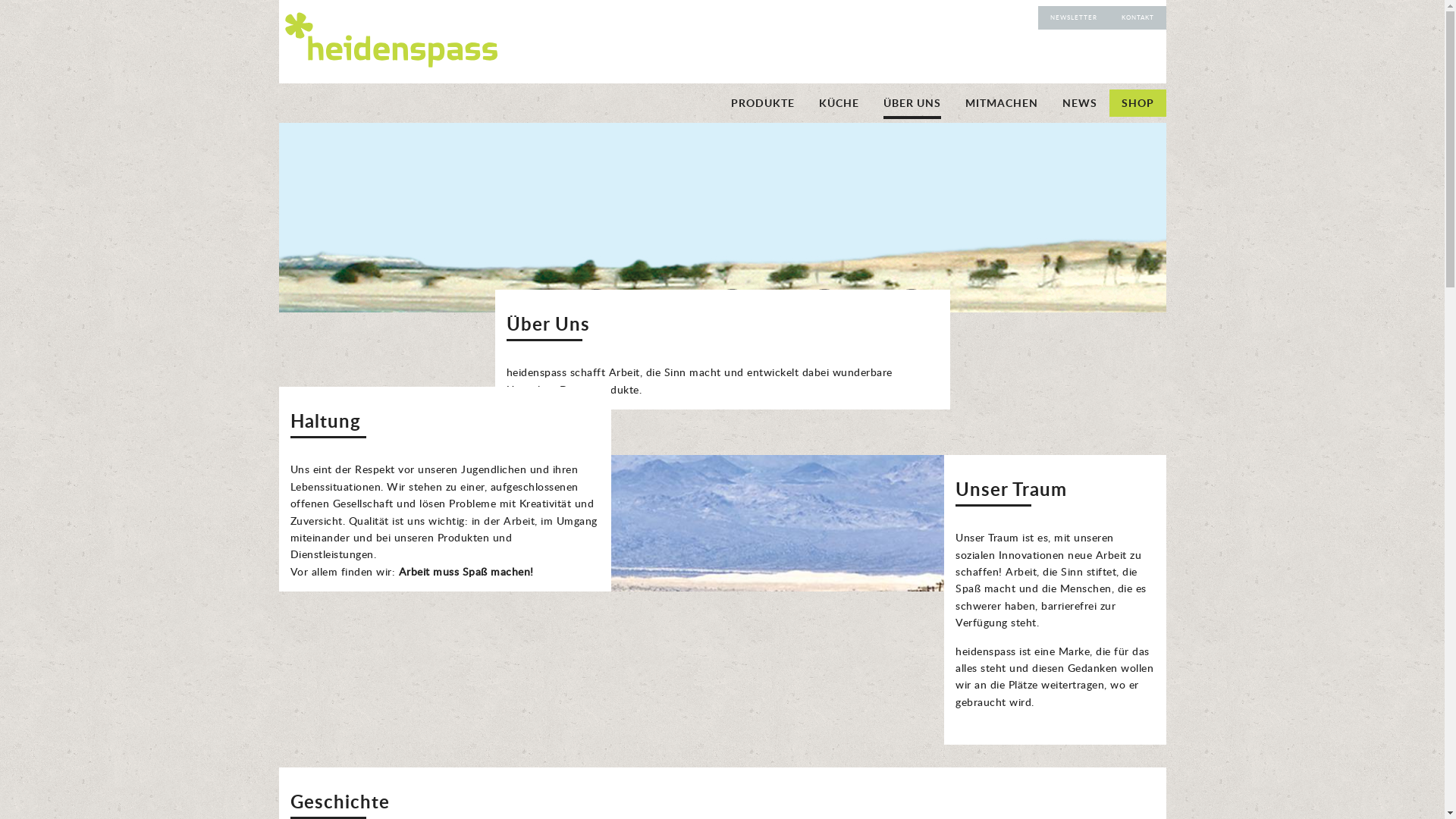 The image size is (1456, 819). I want to click on 'NEWSLETTER', so click(1072, 17).